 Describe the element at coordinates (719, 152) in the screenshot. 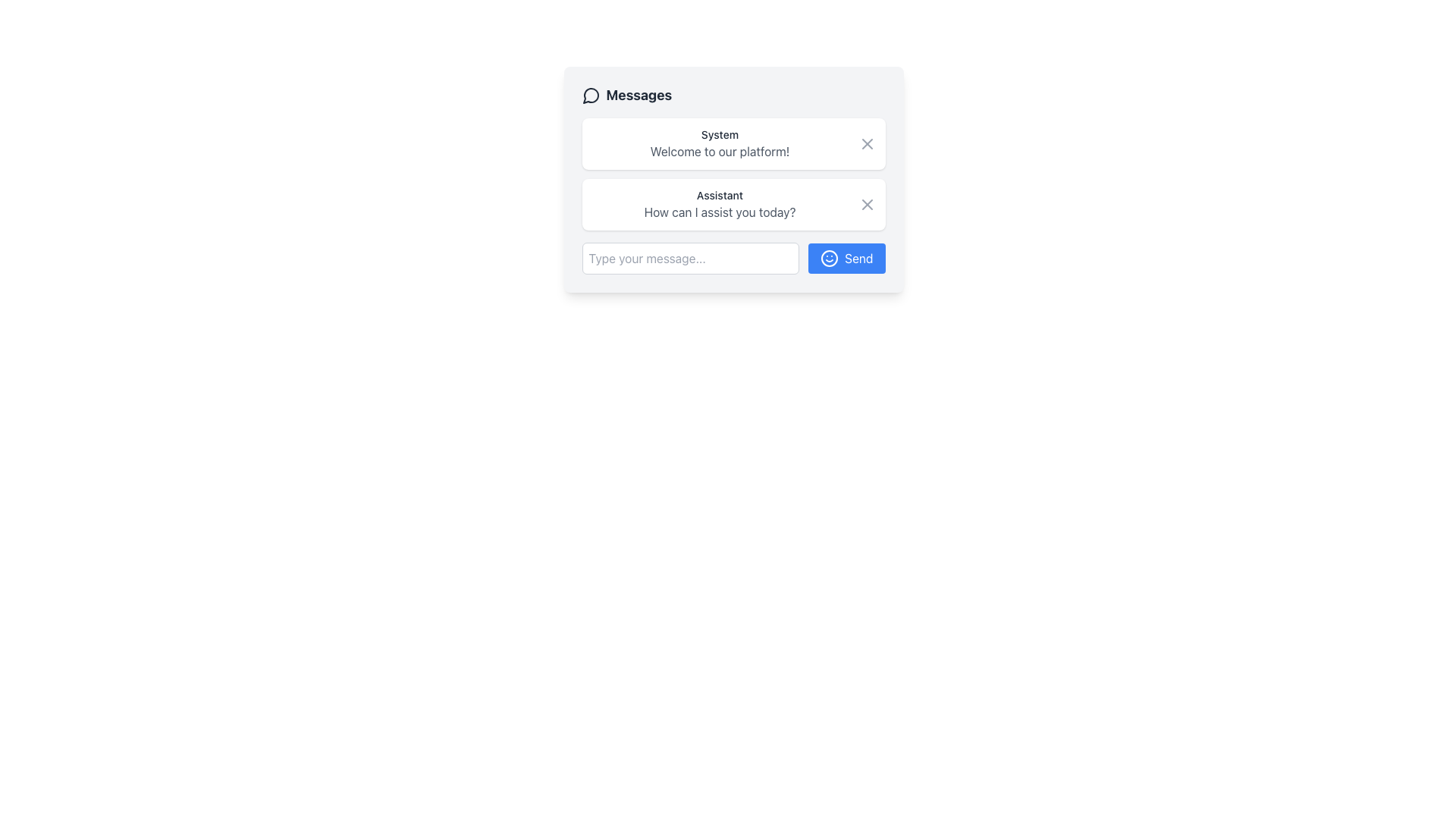

I see `text label displaying 'Welcome to our platform!' which is positioned below the 'System' heading in the central modal window` at that location.